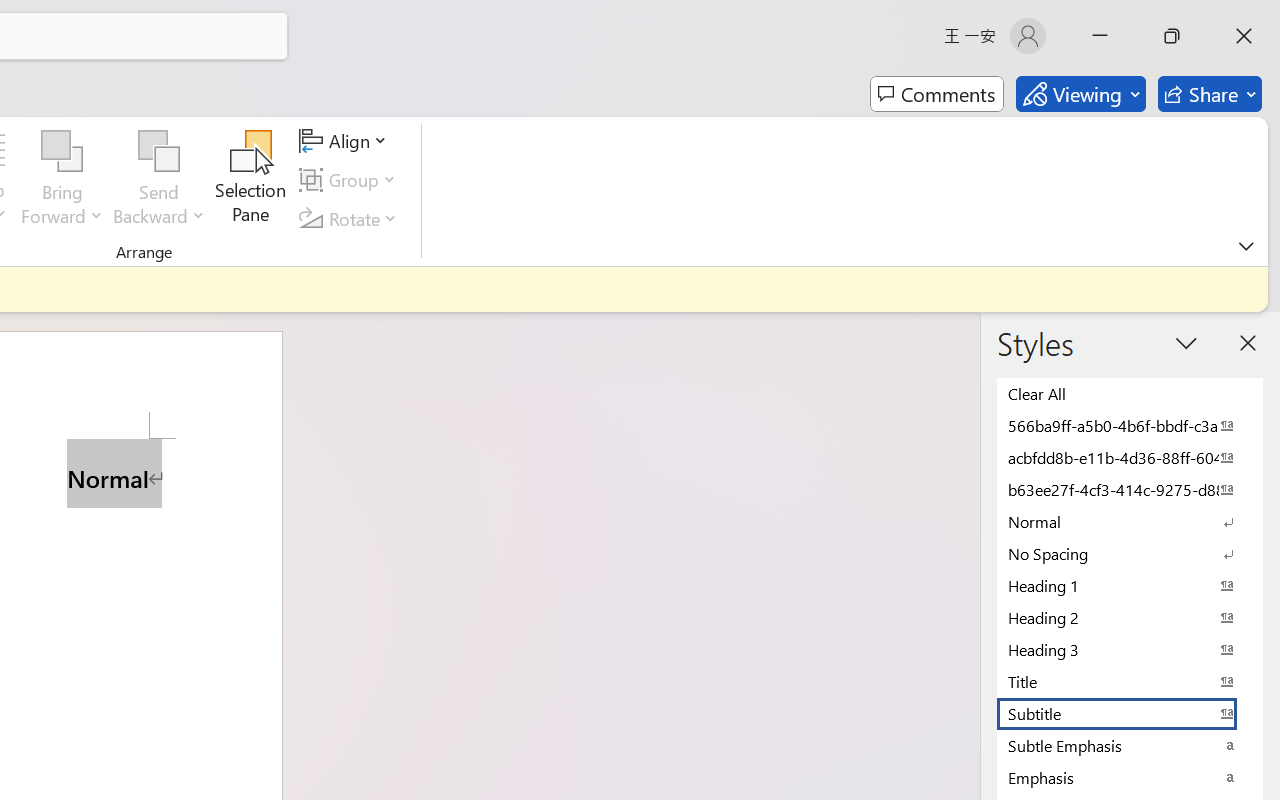  What do you see at coordinates (1079, 94) in the screenshot?
I see `'Mode'` at bounding box center [1079, 94].